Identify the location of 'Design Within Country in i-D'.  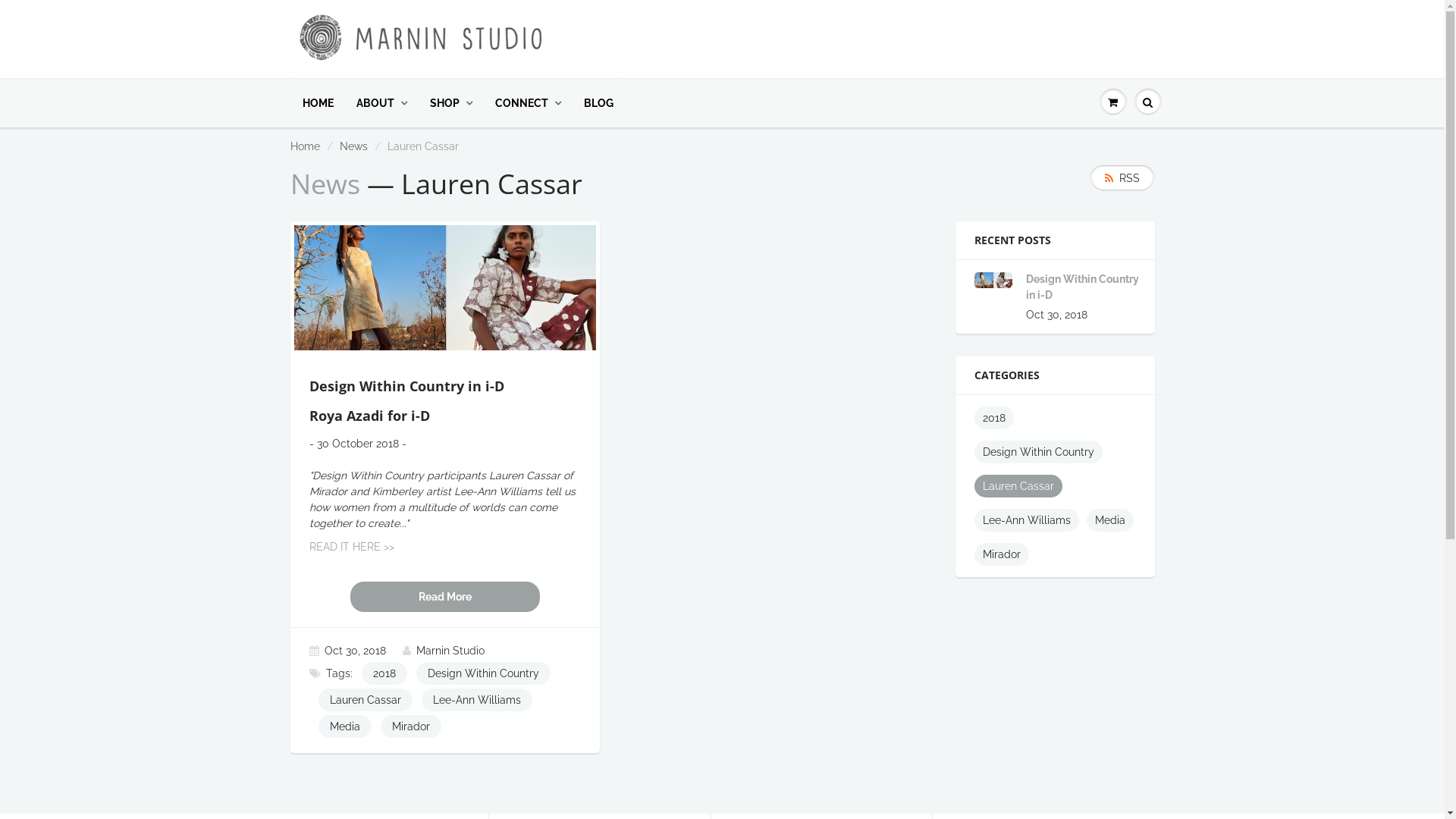
(1082, 287).